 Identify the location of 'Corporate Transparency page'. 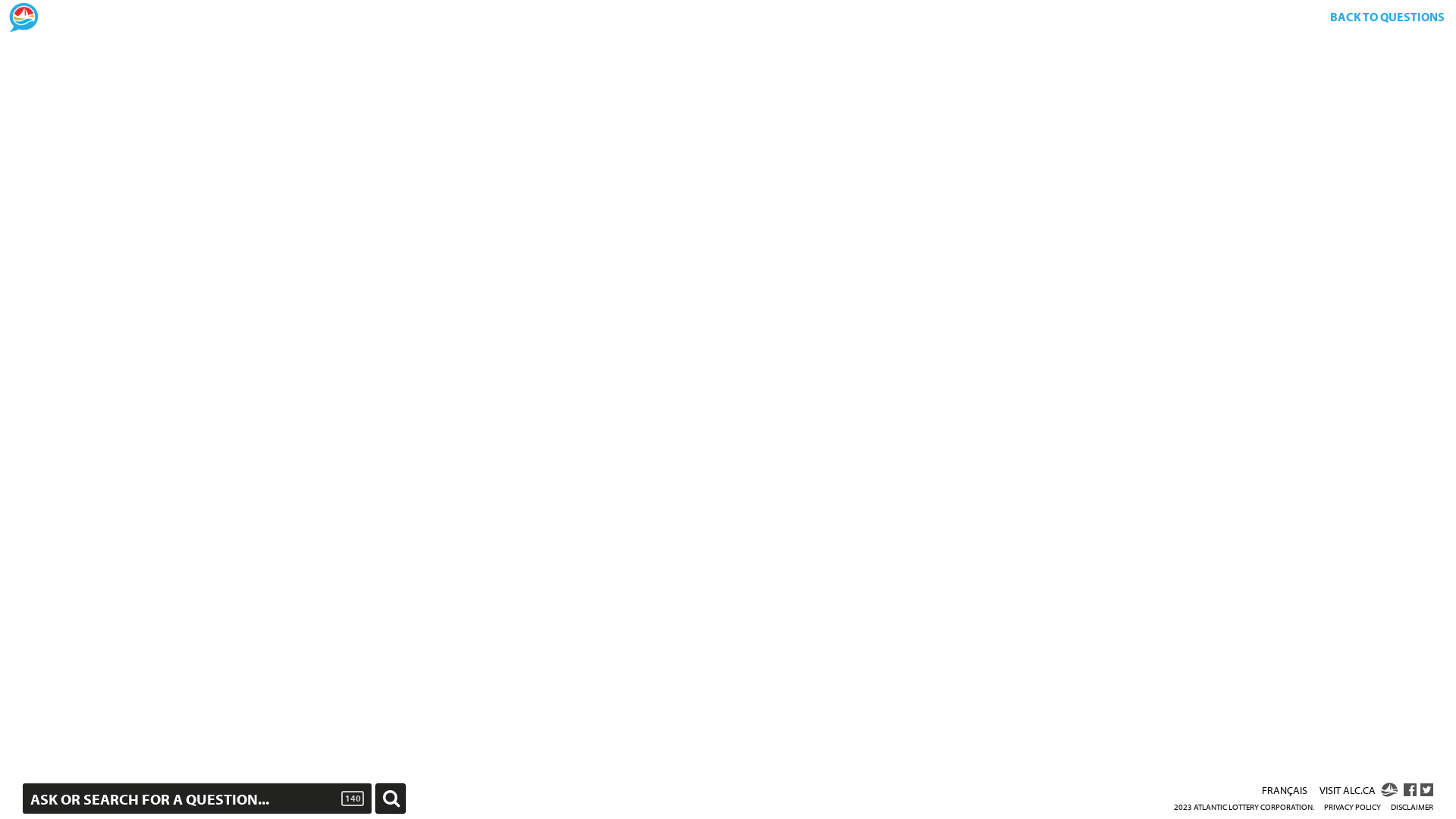
(0, 158).